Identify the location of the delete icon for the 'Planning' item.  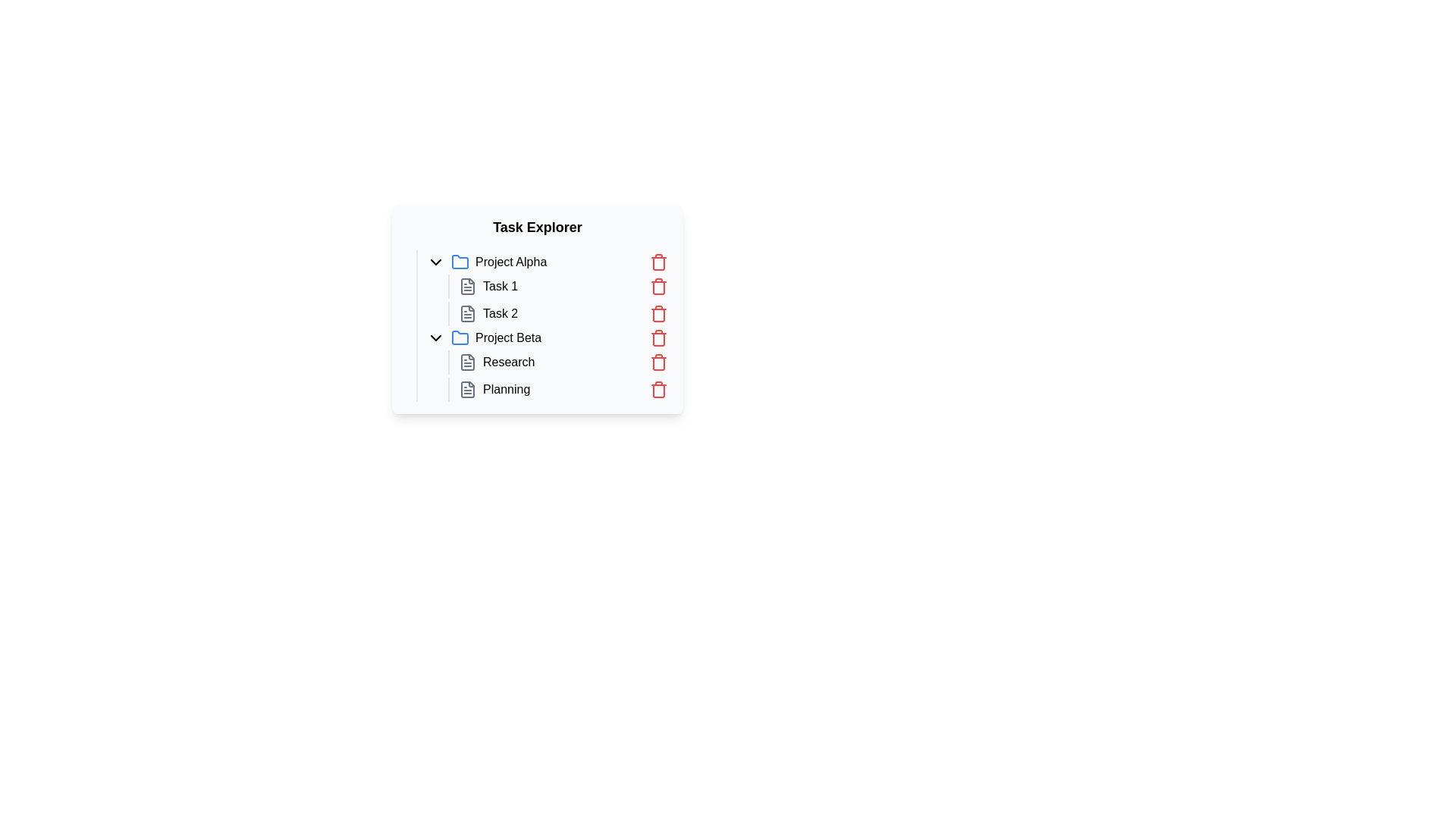
(658, 388).